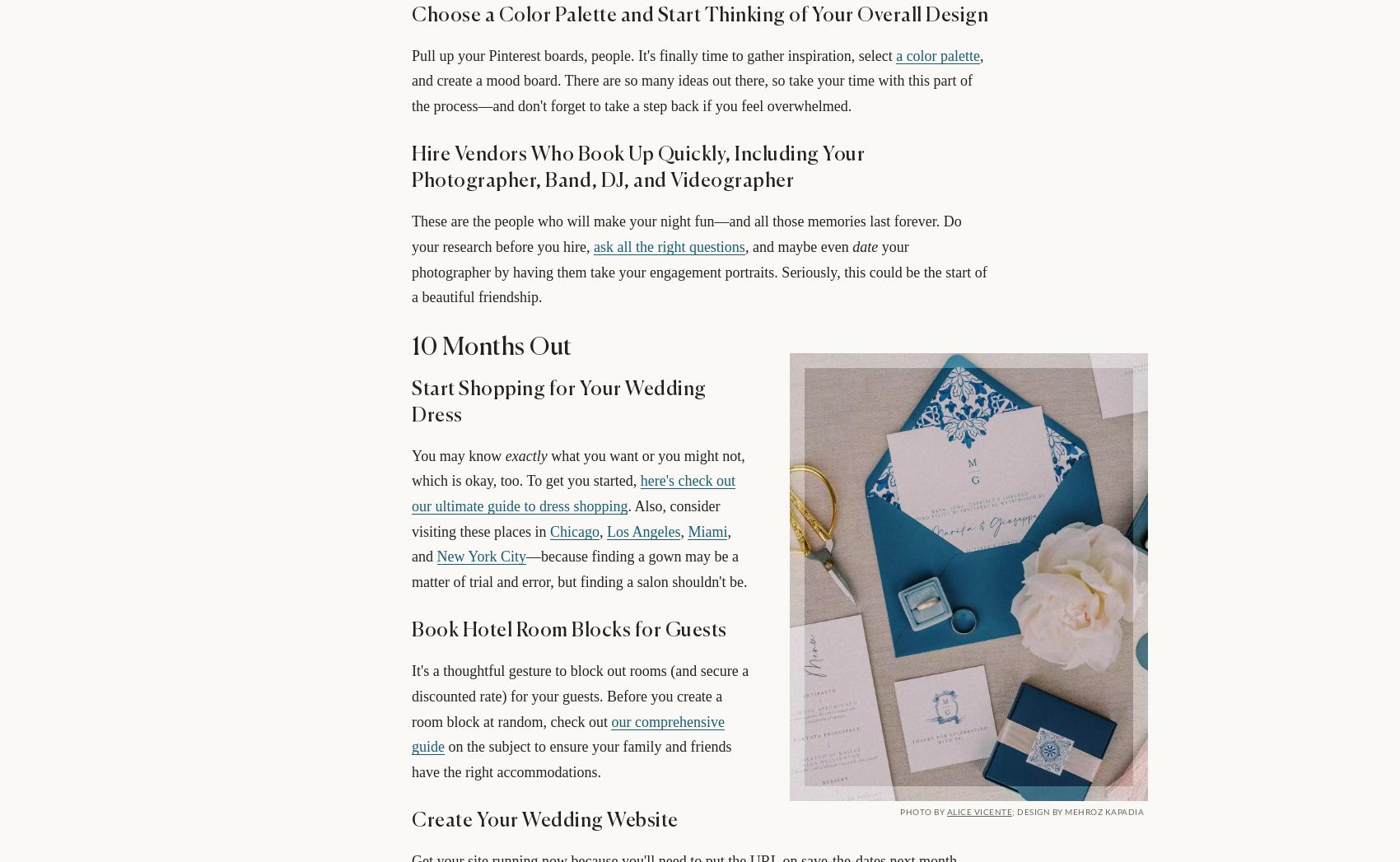 The width and height of the screenshot is (1400, 862). What do you see at coordinates (653, 55) in the screenshot?
I see `'Pull up your Pinterest boards, people. It's finally time to gather inspiration, select'` at bounding box center [653, 55].